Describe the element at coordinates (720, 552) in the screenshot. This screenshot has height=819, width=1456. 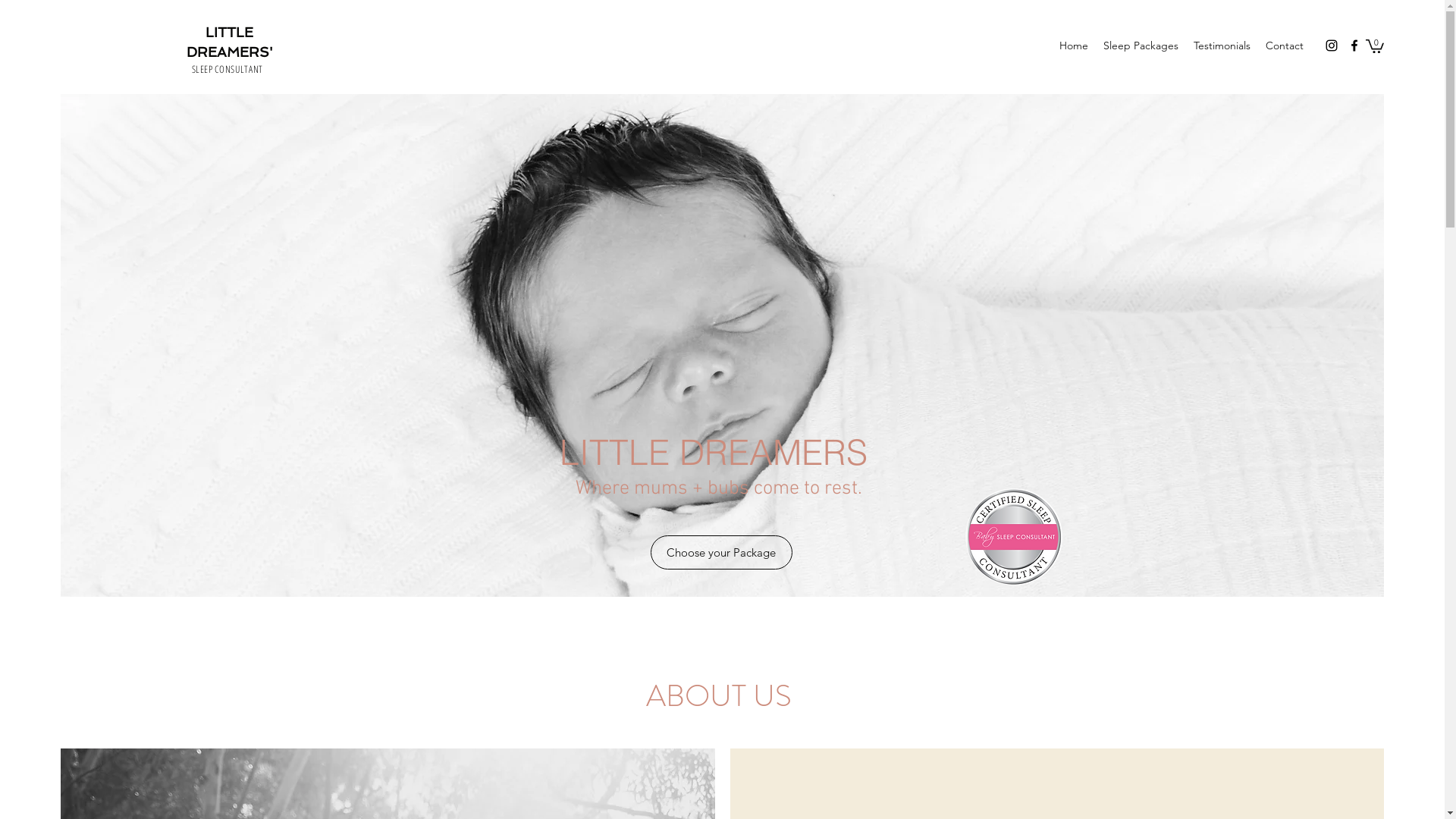
I see `'Choose your Package'` at that location.